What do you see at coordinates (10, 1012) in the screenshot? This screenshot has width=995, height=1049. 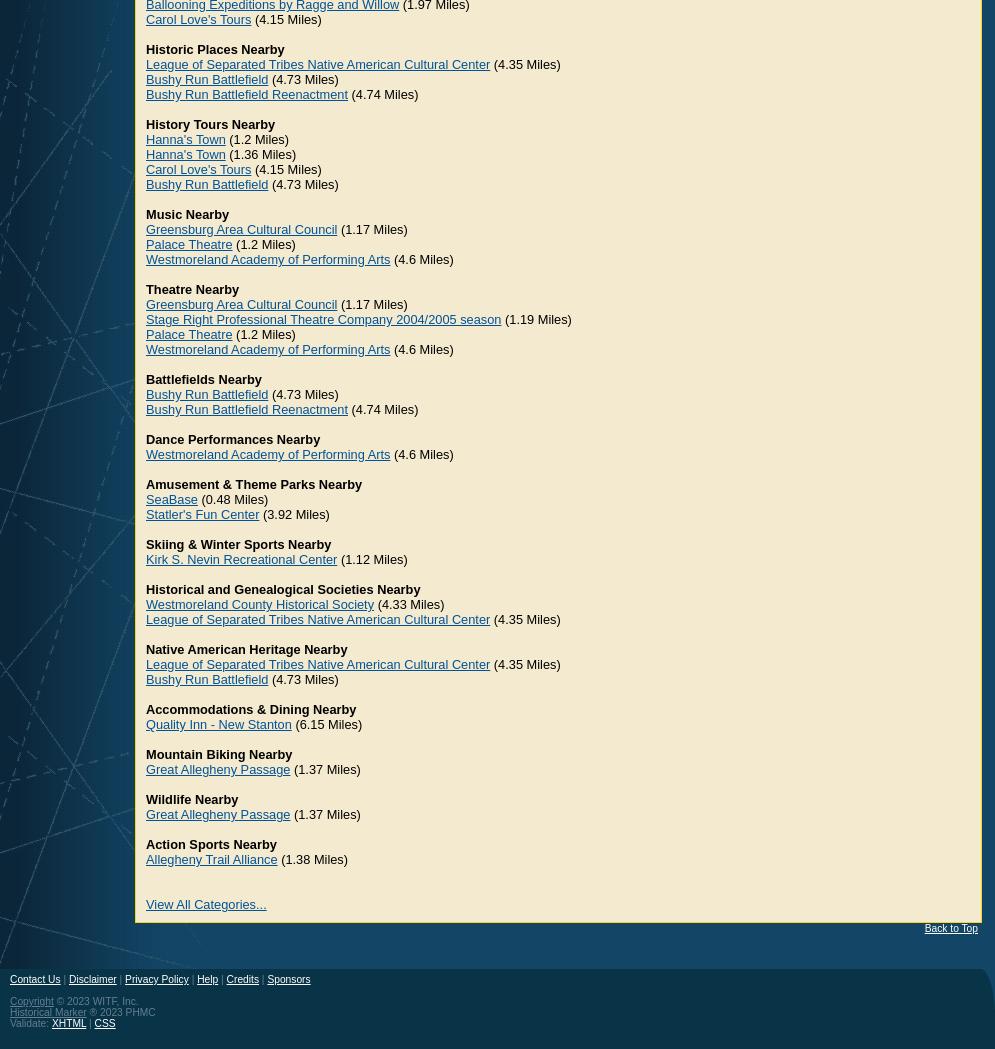 I see `'Historical Marker'` at bounding box center [10, 1012].